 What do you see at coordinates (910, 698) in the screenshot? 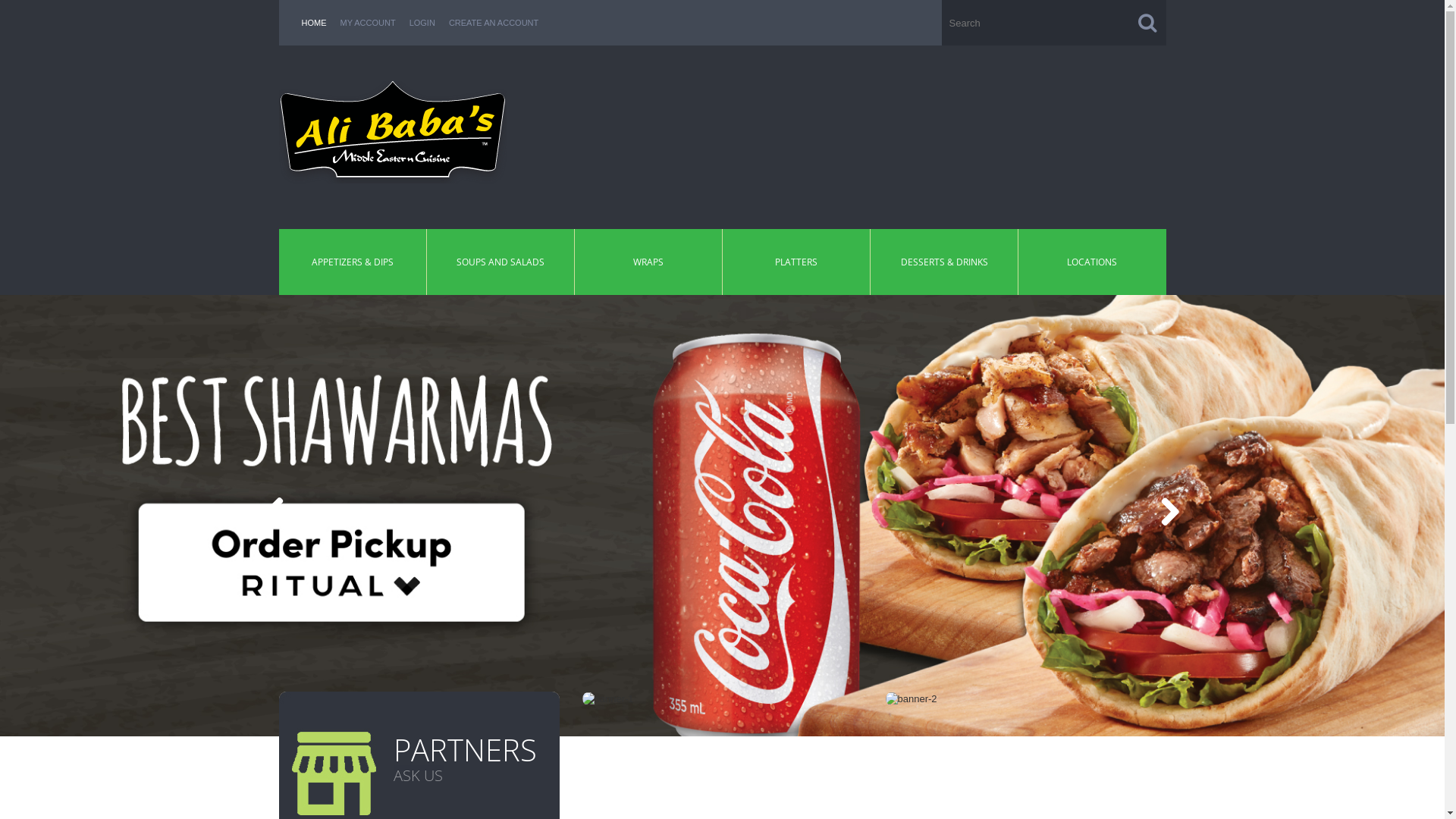
I see `'banner-2'` at bounding box center [910, 698].